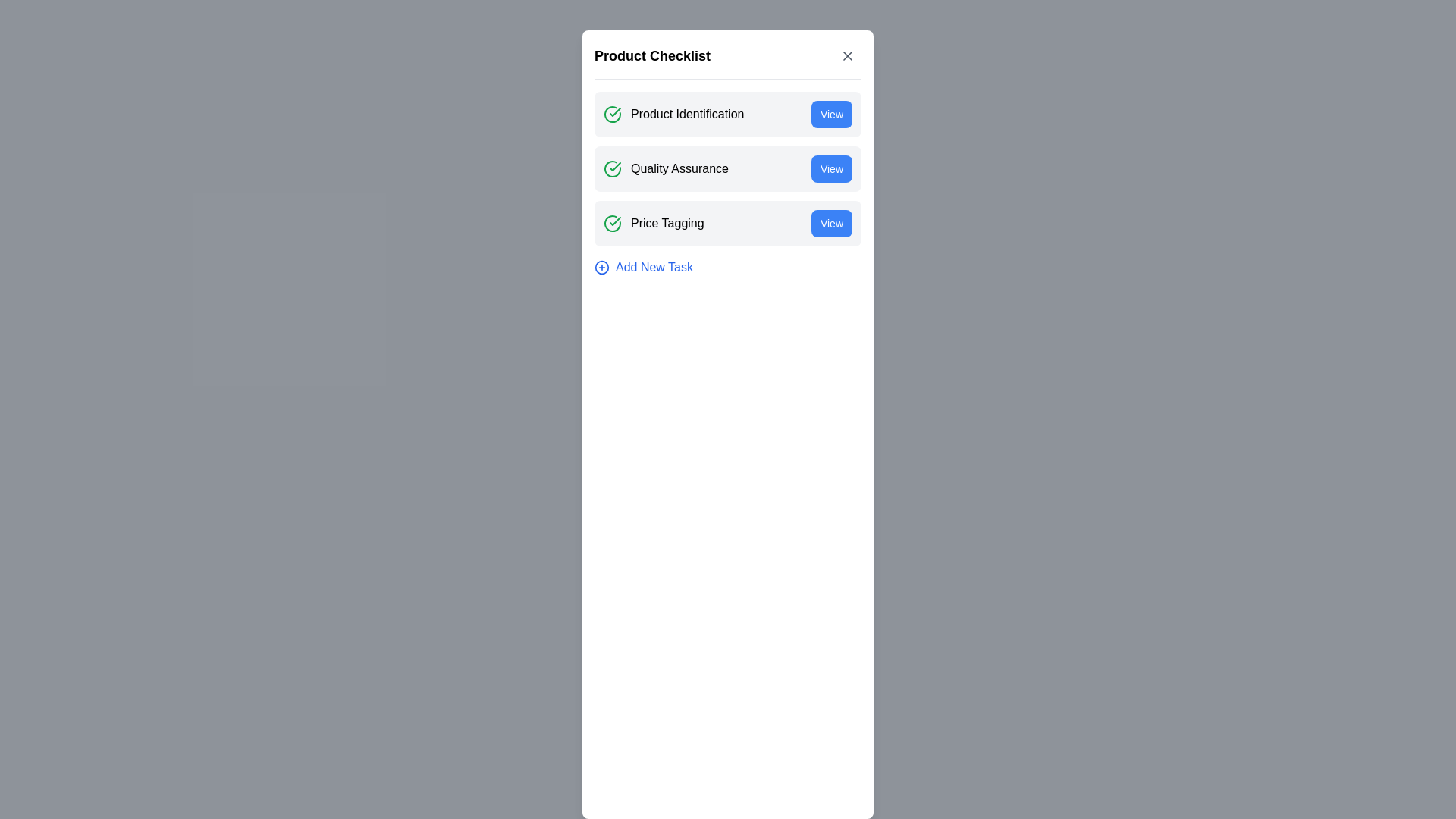 The image size is (1456, 819). Describe the element at coordinates (830, 223) in the screenshot. I see `the rectangular button with rounded corners labeled 'View'` at that location.